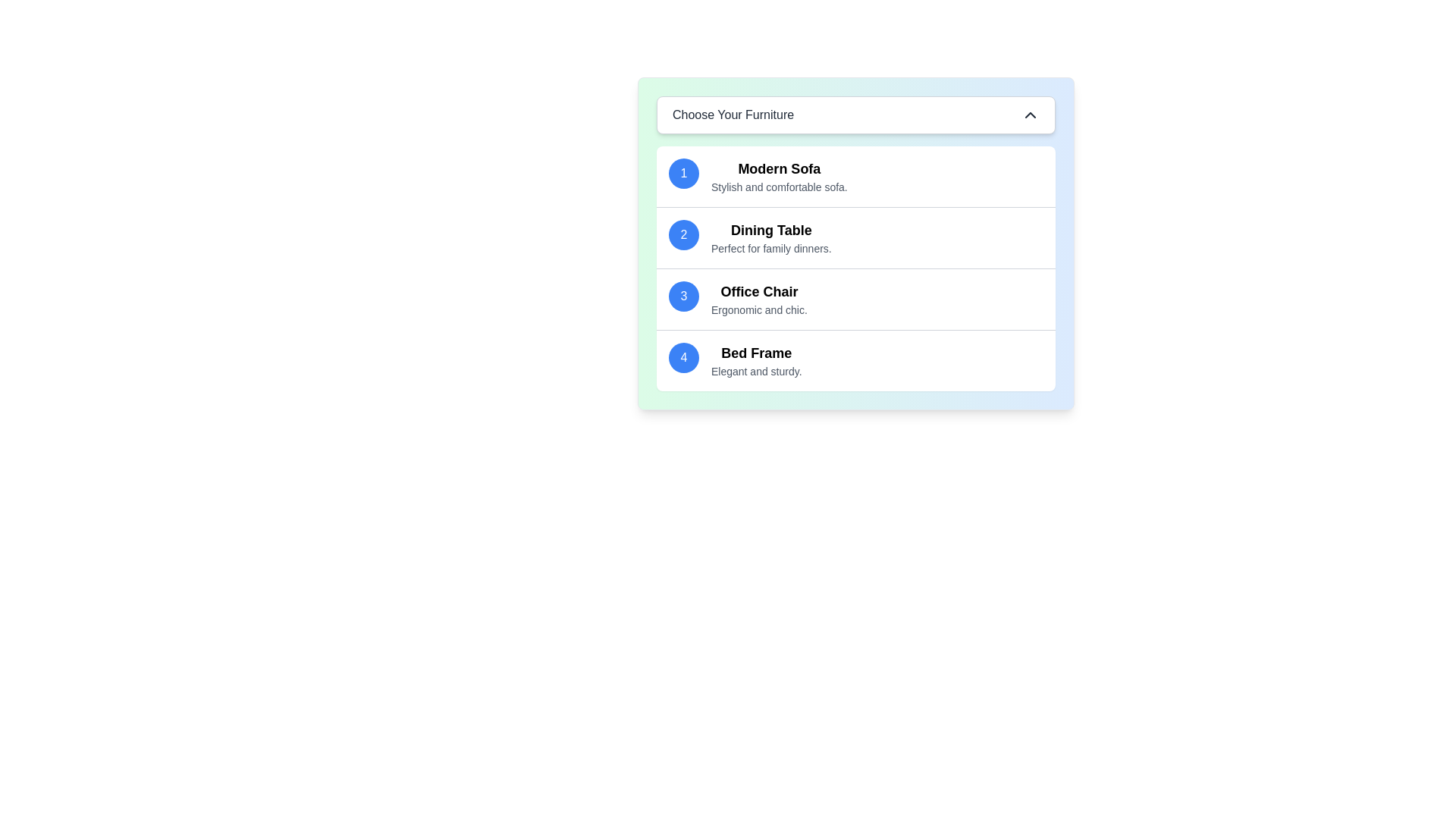 The image size is (1456, 819). What do you see at coordinates (683, 172) in the screenshot?
I see `the circular indicator button located to the left of the text 'Modern Sofa' in the furniture items list to interact with the corresponding list item` at bounding box center [683, 172].